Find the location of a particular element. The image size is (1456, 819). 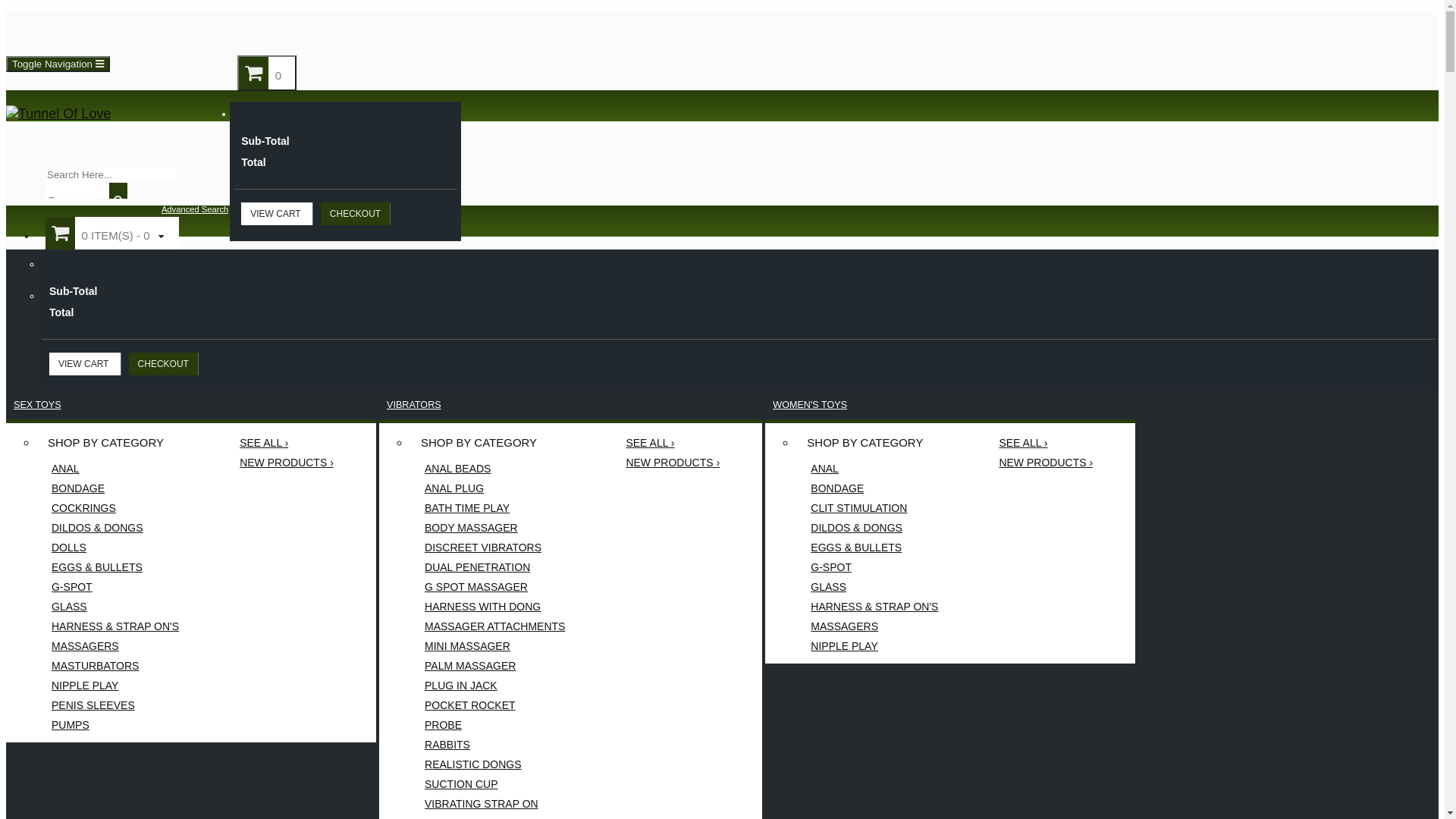

'CLIT STIMULATION' is located at coordinates (874, 508).